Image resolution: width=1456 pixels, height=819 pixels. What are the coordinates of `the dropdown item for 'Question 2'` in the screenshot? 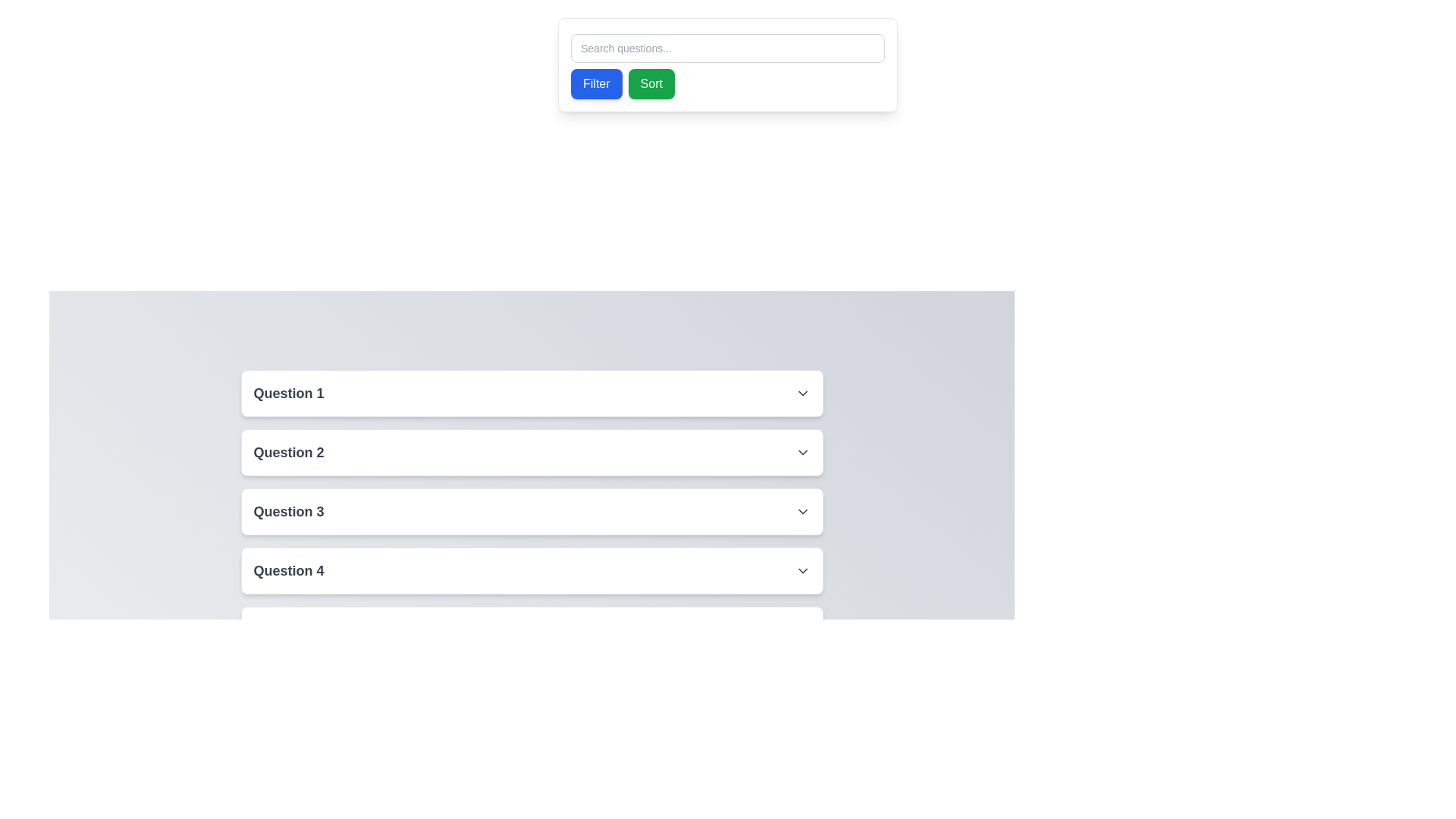 It's located at (532, 452).